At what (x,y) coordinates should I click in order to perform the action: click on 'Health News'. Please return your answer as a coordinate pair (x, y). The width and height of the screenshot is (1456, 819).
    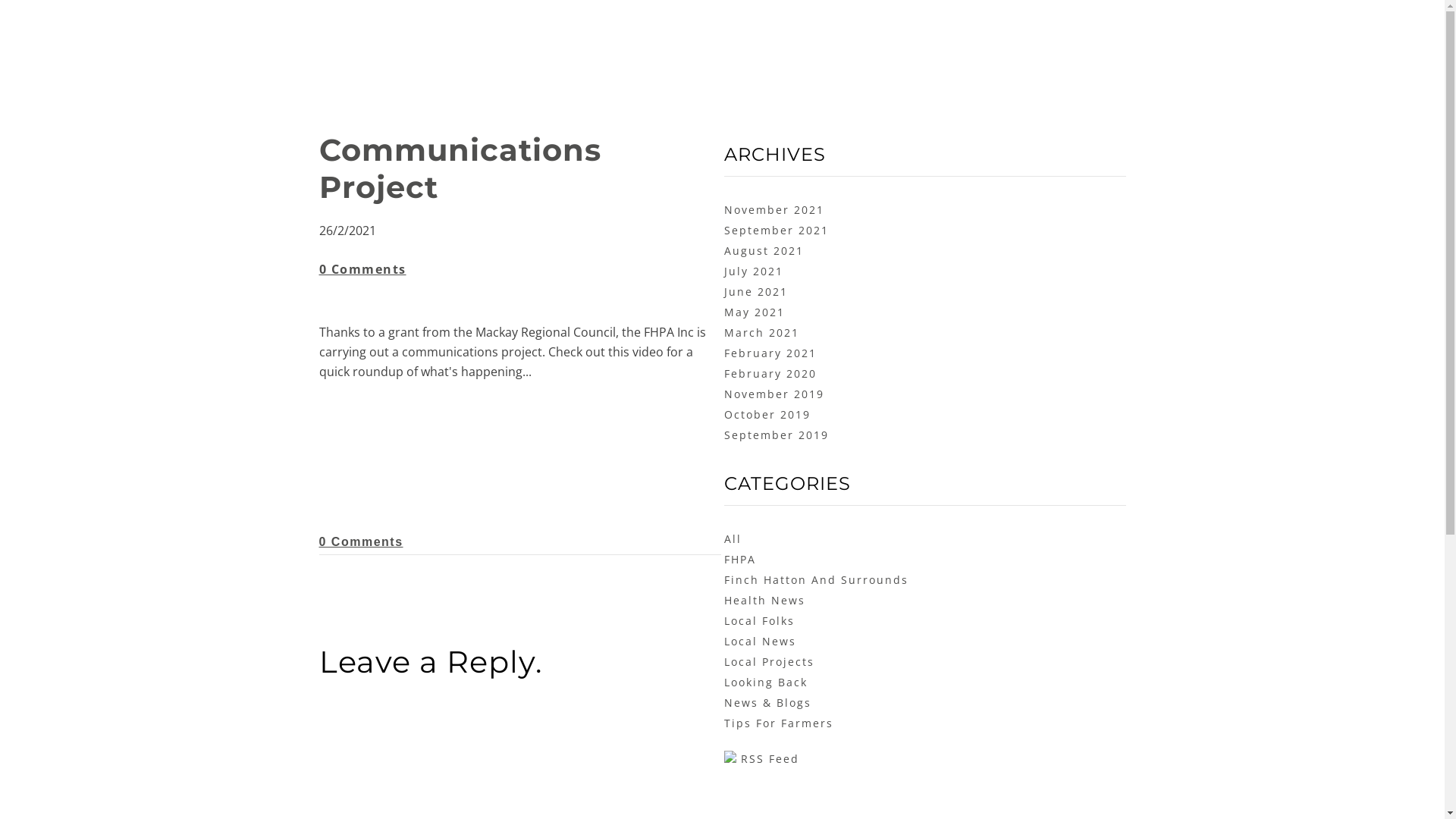
    Looking at the image, I should click on (764, 599).